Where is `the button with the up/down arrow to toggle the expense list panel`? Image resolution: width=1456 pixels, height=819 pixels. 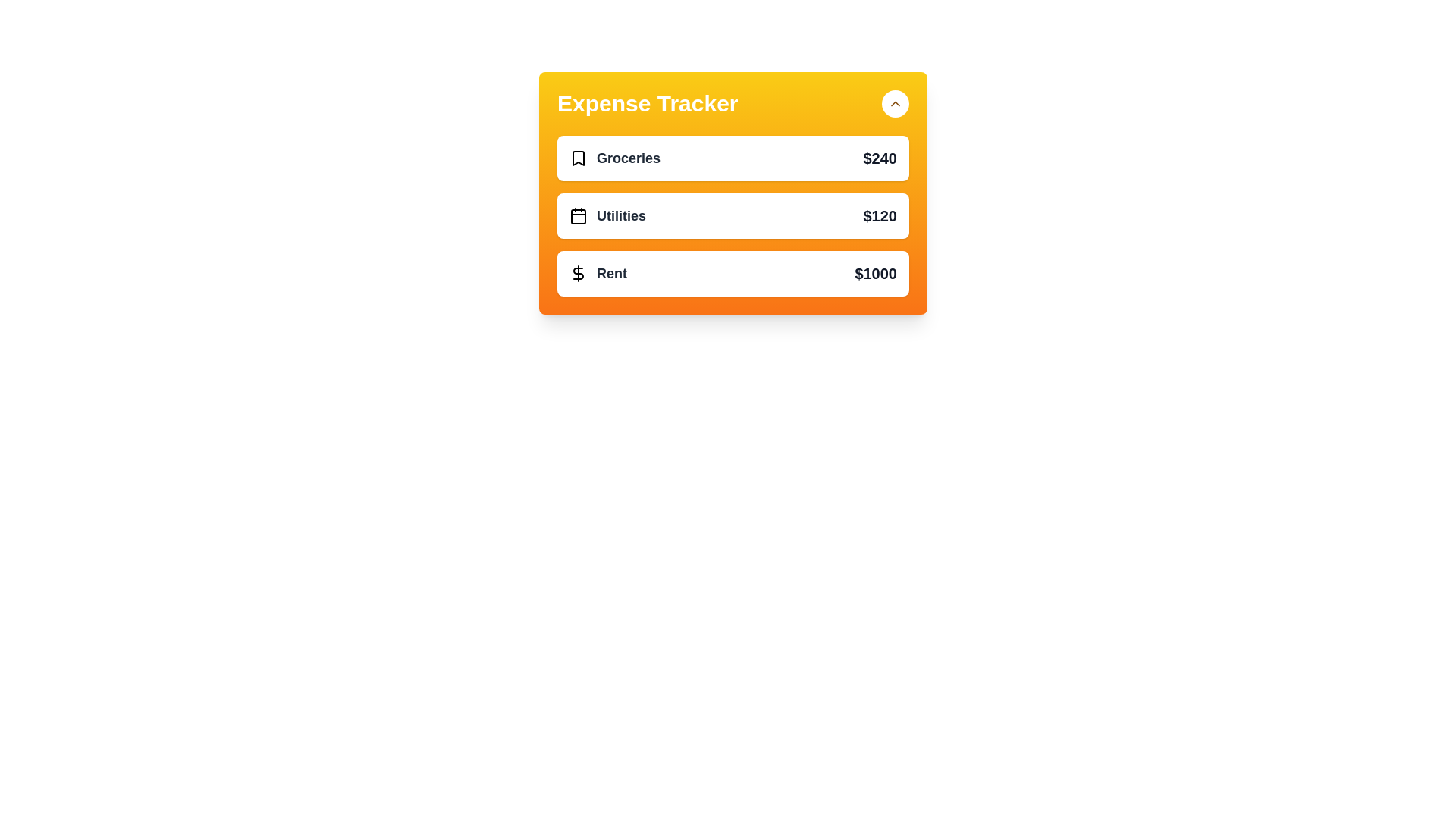
the button with the up/down arrow to toggle the expense list panel is located at coordinates (895, 103).